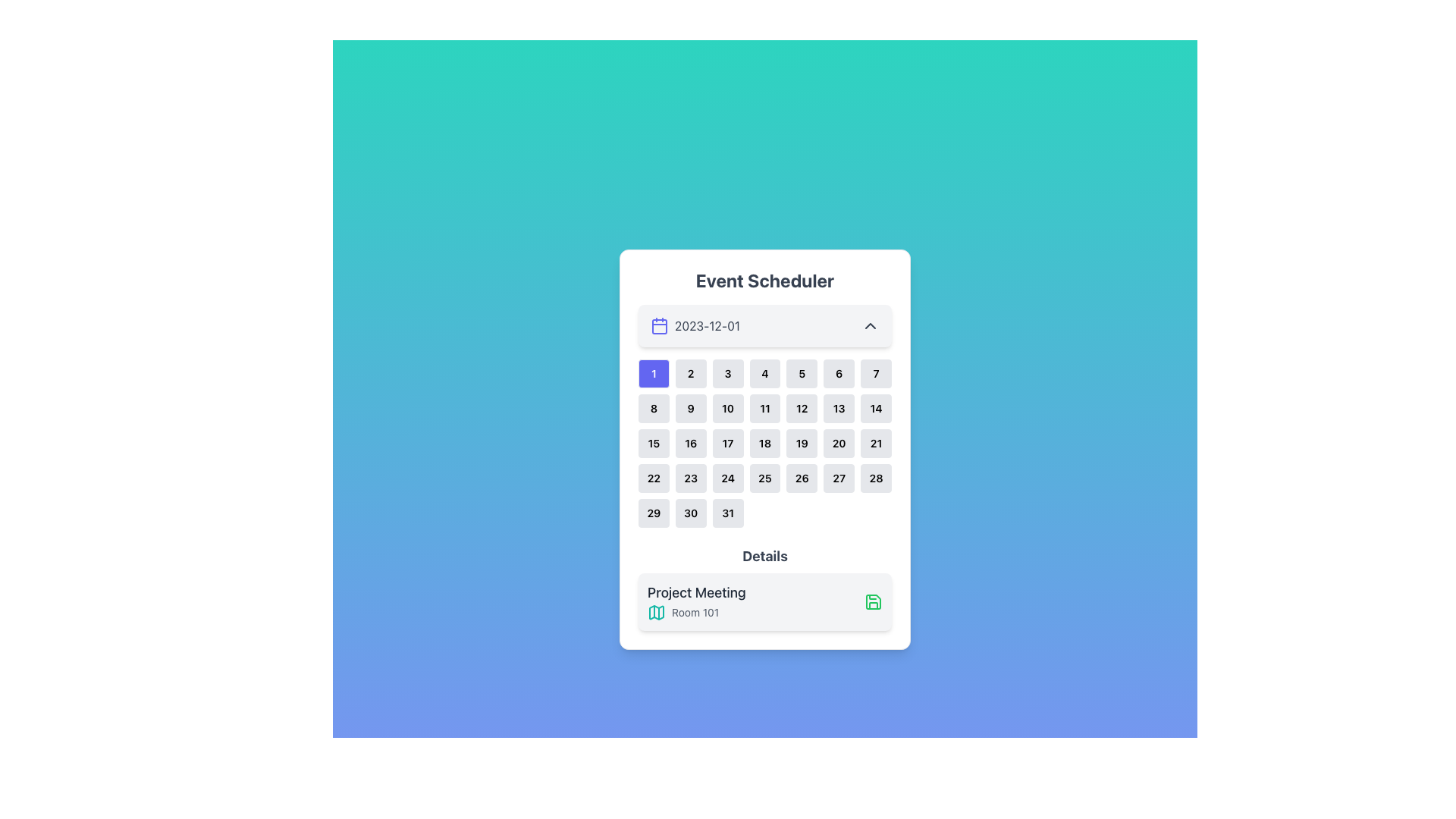  I want to click on the interactive day selector button located in the fourth row and third column of the calendar widget, so click(690, 479).